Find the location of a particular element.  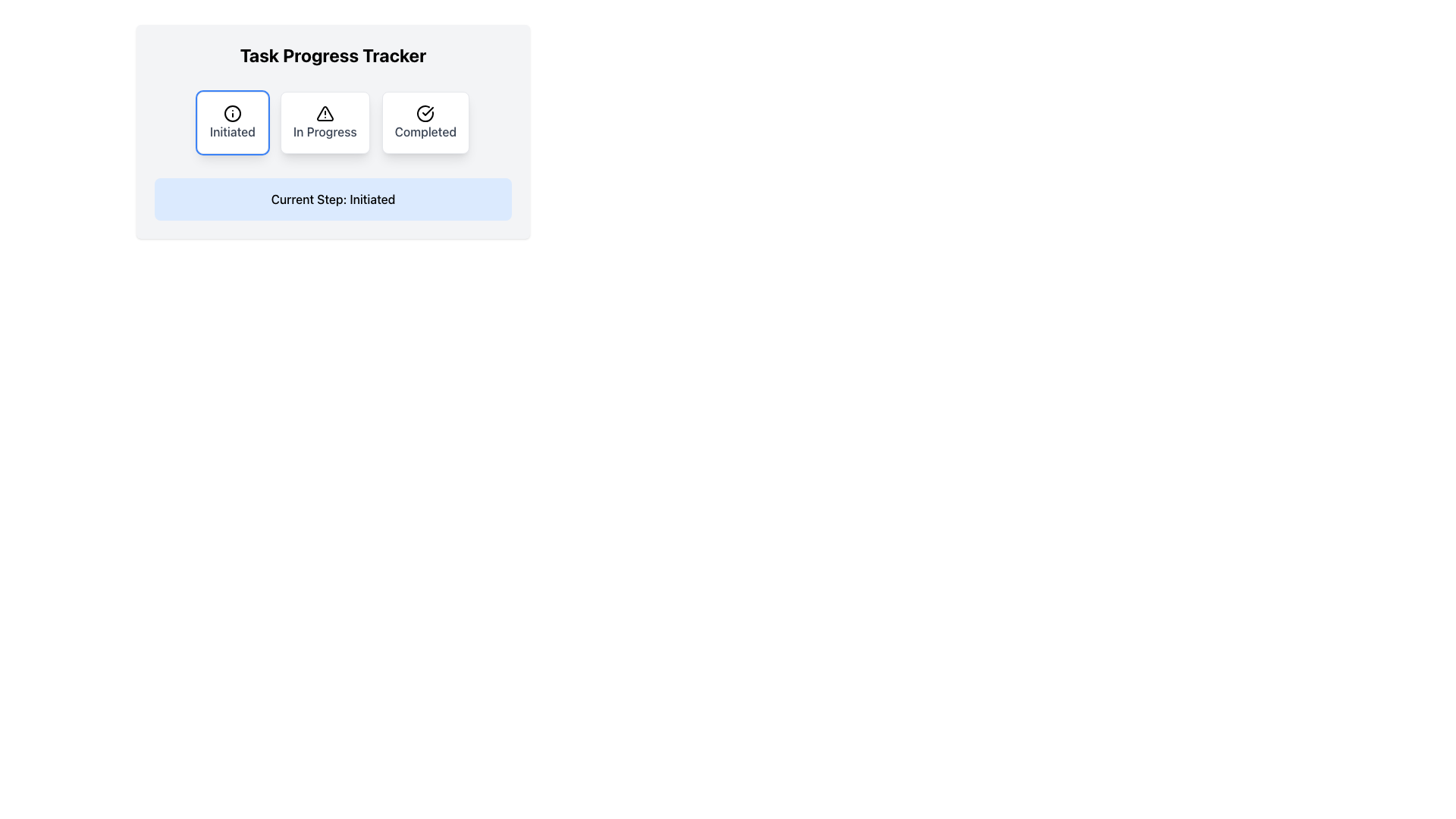

the text label reading 'In Progress', which is styled with a medium-gray font and positioned below the triangle alert icon in the Task Progress Tracker interface is located at coordinates (324, 130).